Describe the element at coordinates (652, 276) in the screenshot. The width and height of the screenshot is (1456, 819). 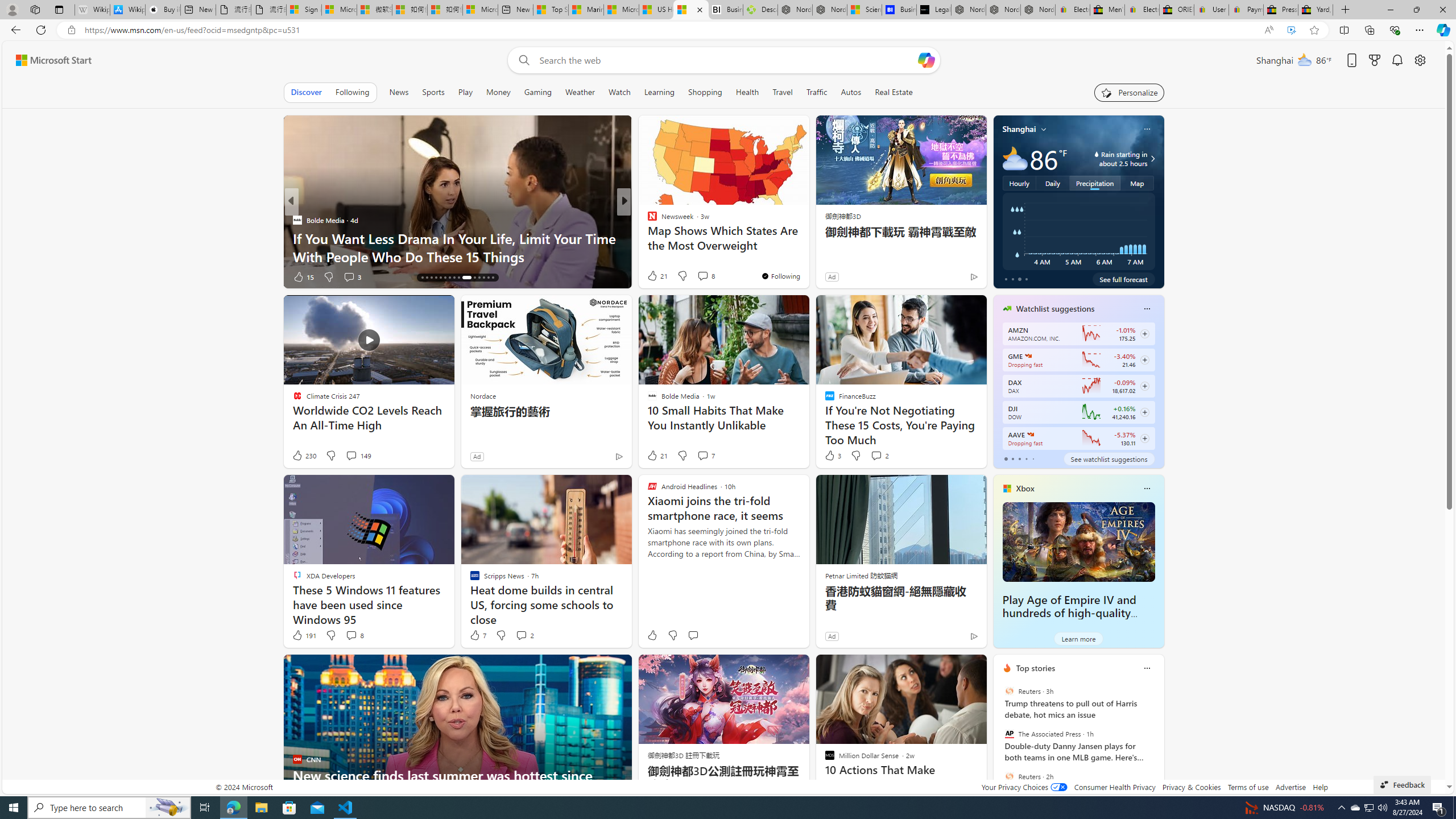
I see `'14 Like'` at that location.